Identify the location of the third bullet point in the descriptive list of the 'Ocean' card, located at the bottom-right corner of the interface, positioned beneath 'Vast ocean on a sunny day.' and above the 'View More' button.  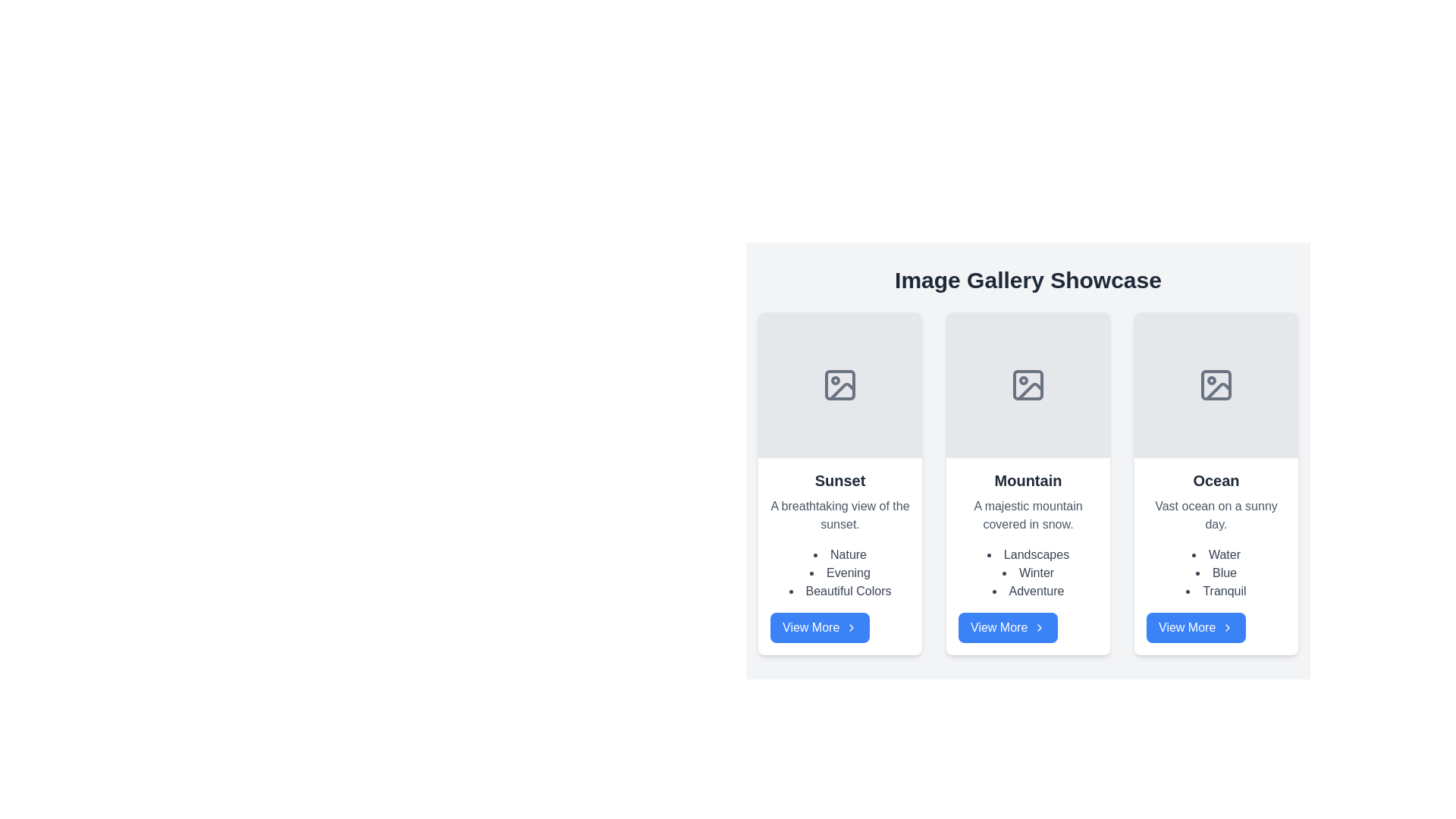
(1216, 590).